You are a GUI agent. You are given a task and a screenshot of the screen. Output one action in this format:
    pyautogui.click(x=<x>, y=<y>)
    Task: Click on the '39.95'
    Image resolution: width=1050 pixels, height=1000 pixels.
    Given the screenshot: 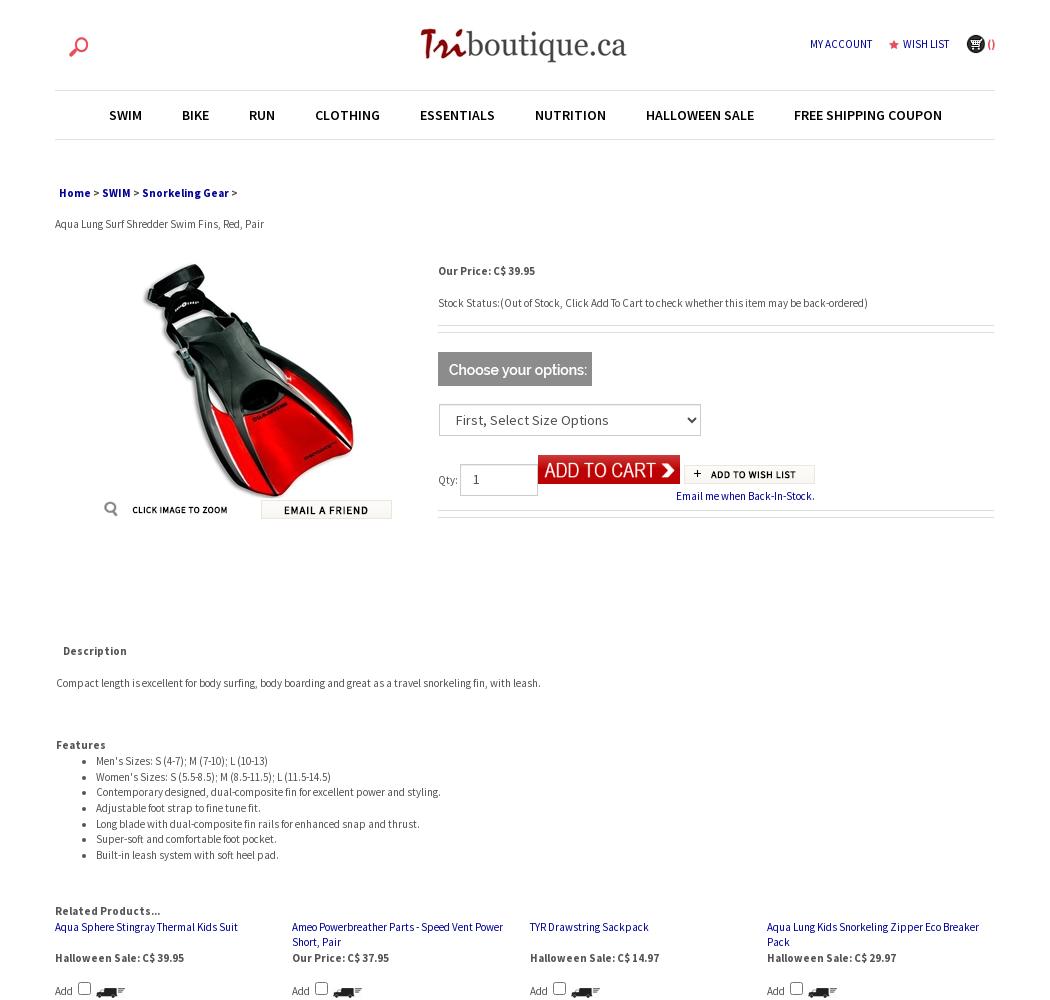 What is the action you would take?
    pyautogui.click(x=520, y=271)
    